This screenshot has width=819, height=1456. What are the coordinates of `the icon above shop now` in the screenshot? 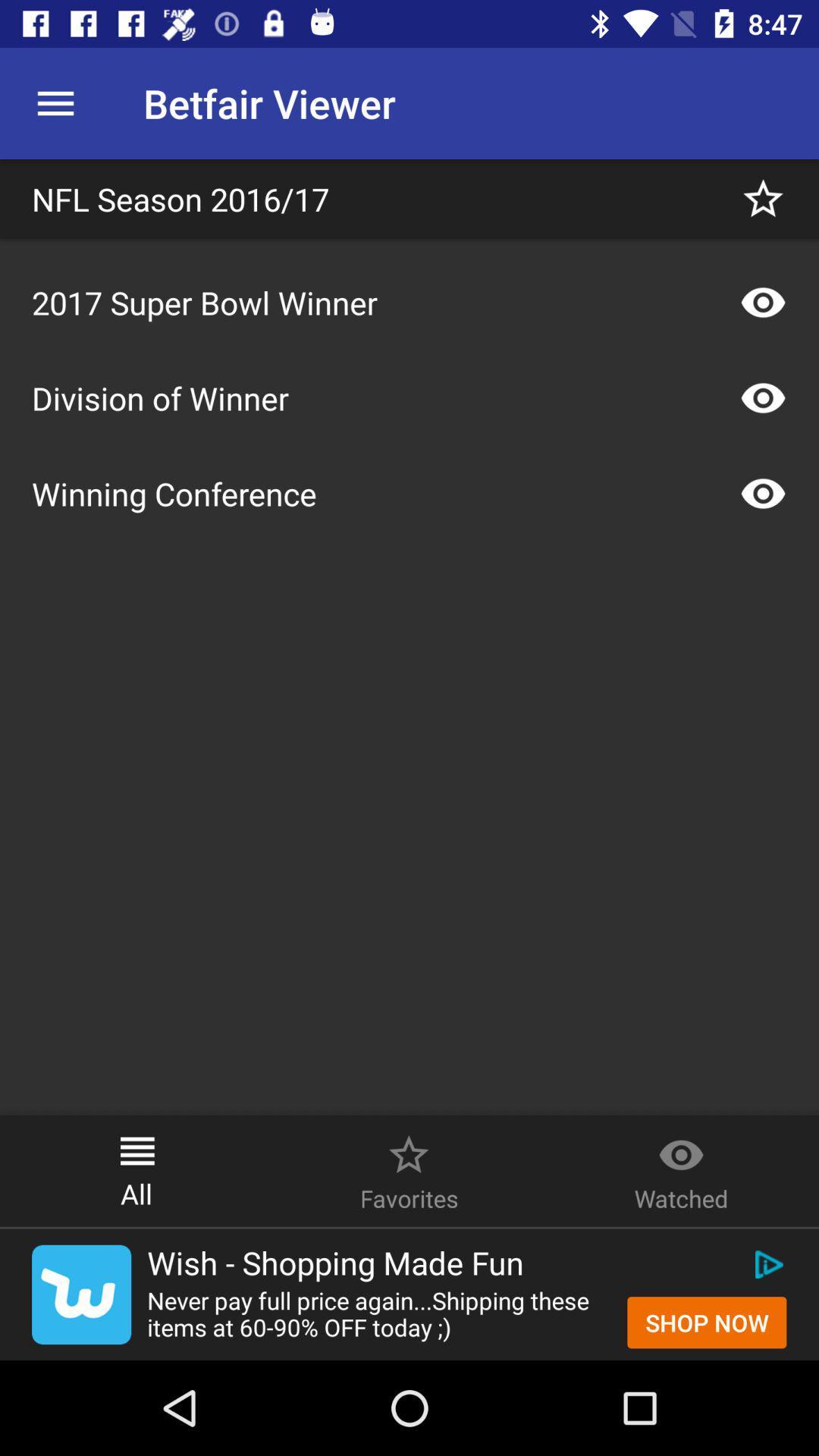 It's located at (767, 1265).